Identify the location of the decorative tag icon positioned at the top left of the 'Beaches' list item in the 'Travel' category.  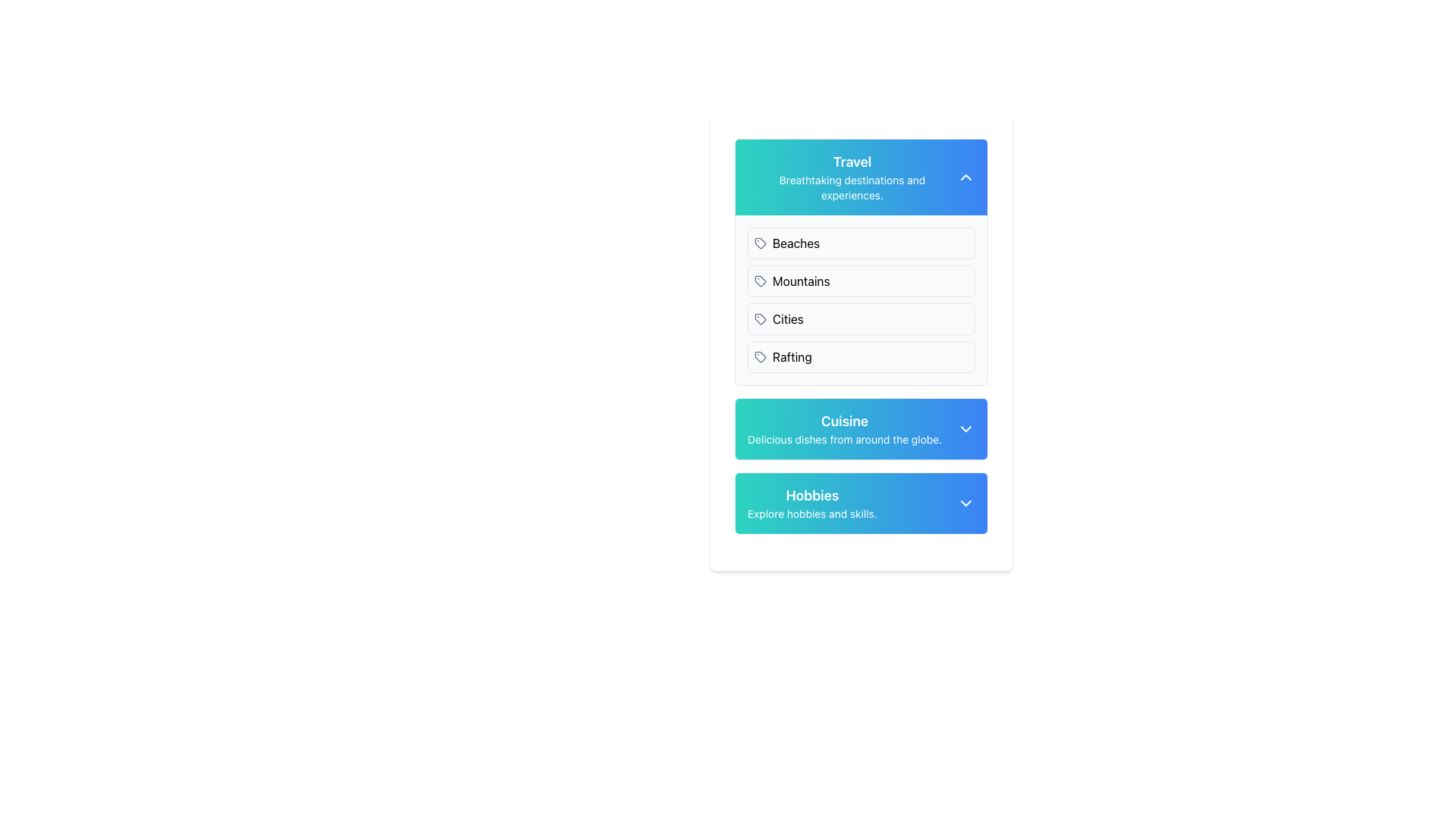
(761, 242).